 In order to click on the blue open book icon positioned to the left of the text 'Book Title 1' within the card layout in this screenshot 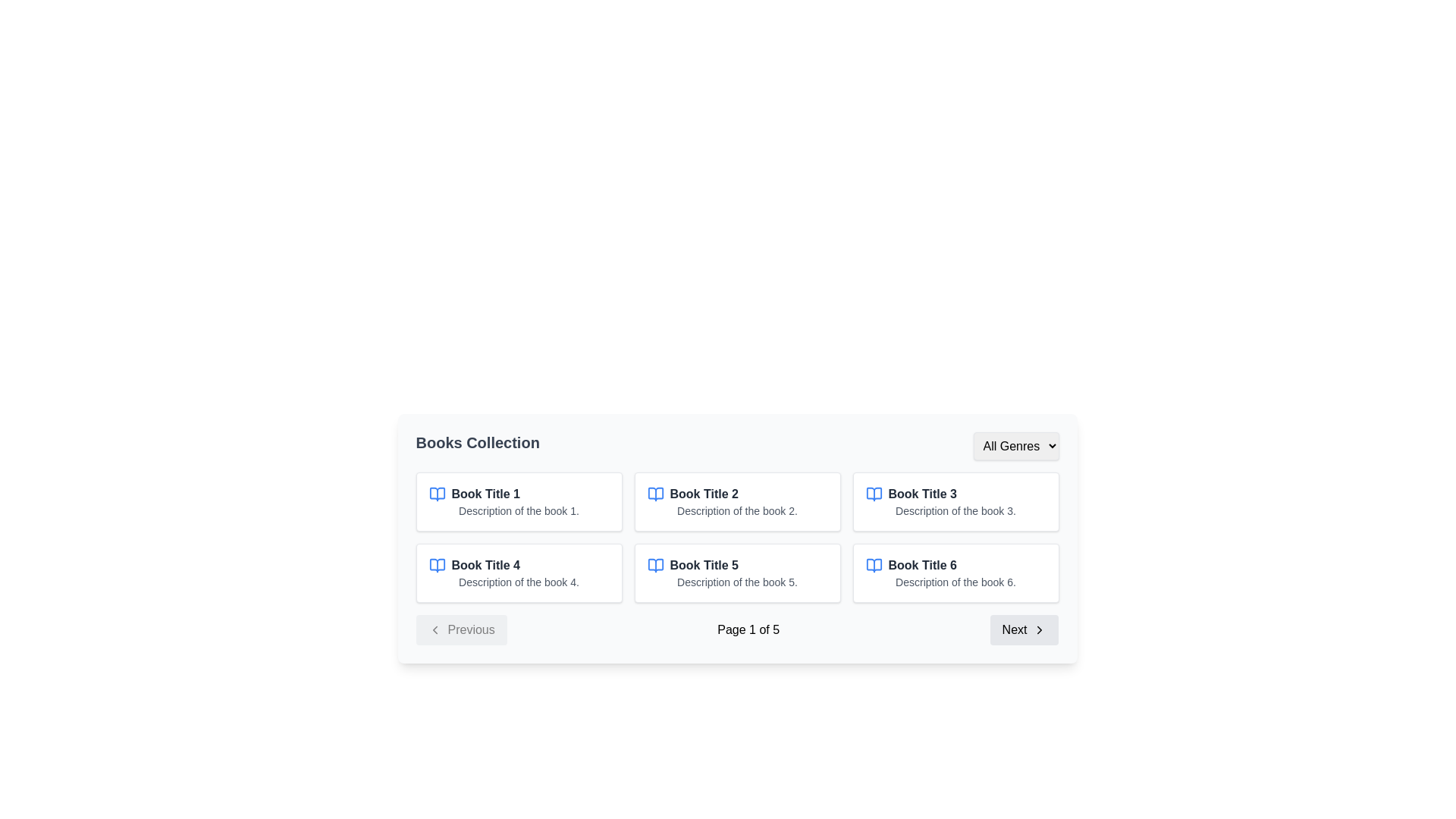, I will do `click(436, 494)`.